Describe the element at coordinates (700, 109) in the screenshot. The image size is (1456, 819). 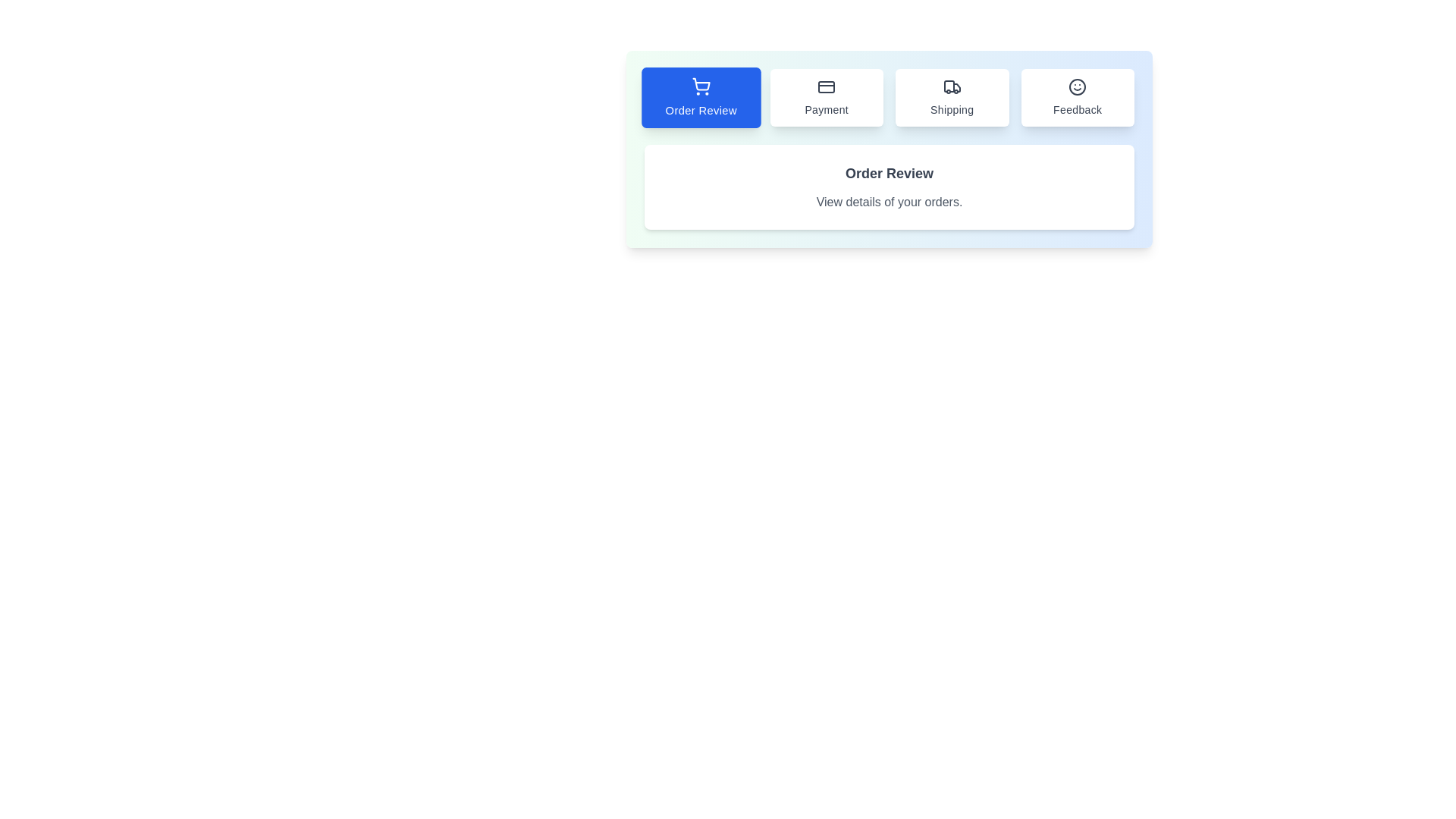
I see `the 'Order Review' text display element, which is styled with a medium font weight and small size, located at the bottom of its interactive card with a blue background` at that location.